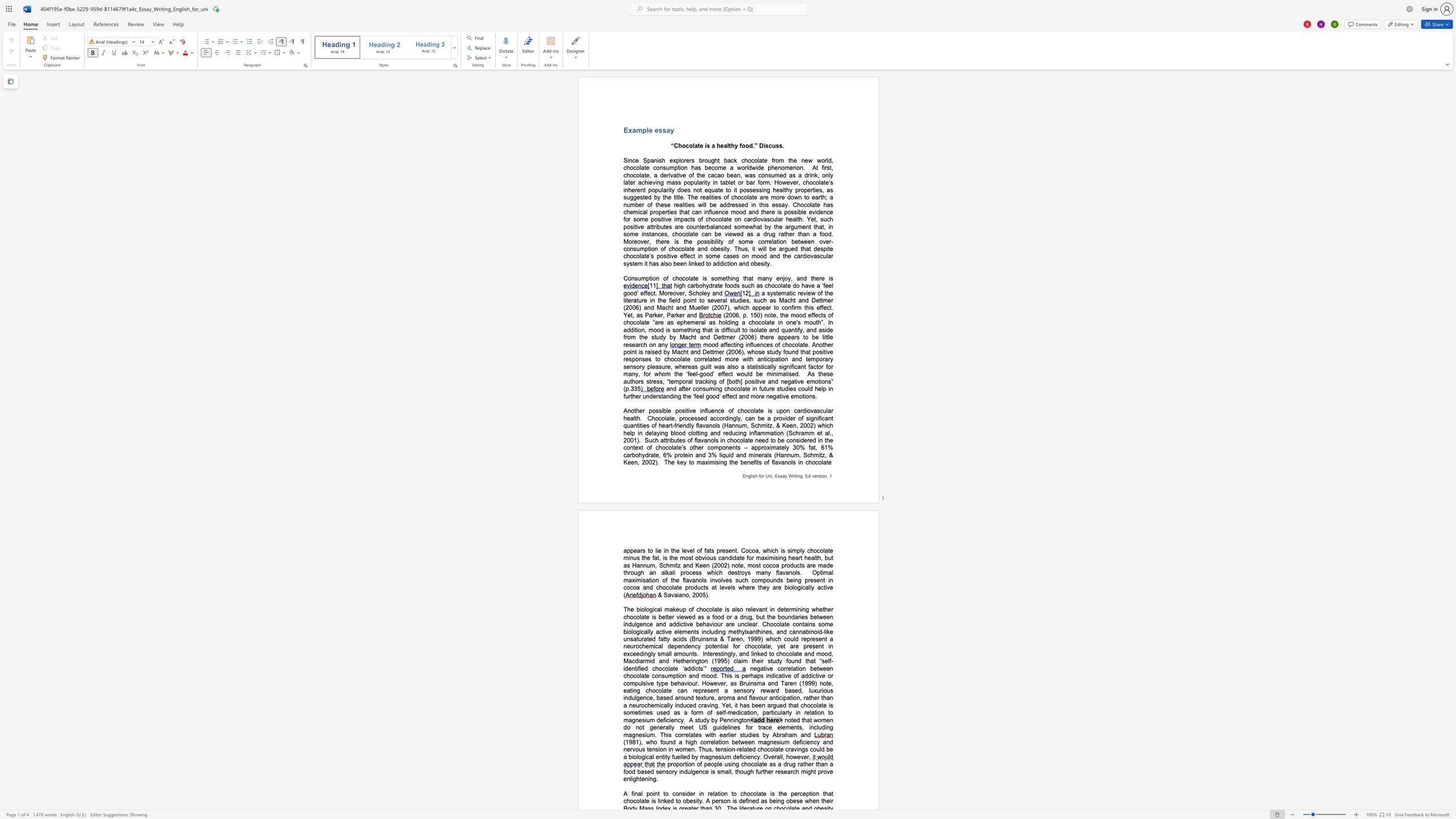 This screenshot has width=1456, height=819. I want to click on the subset text "er (2006), whose study found that posit" within the text "mood affecting influences of chocolate. Another point is raised by Macht and Dettmer (2006), whose study found that positive responses to chocolate correlated more with anticipation and temporary sensory pleasure,", so click(718, 352).